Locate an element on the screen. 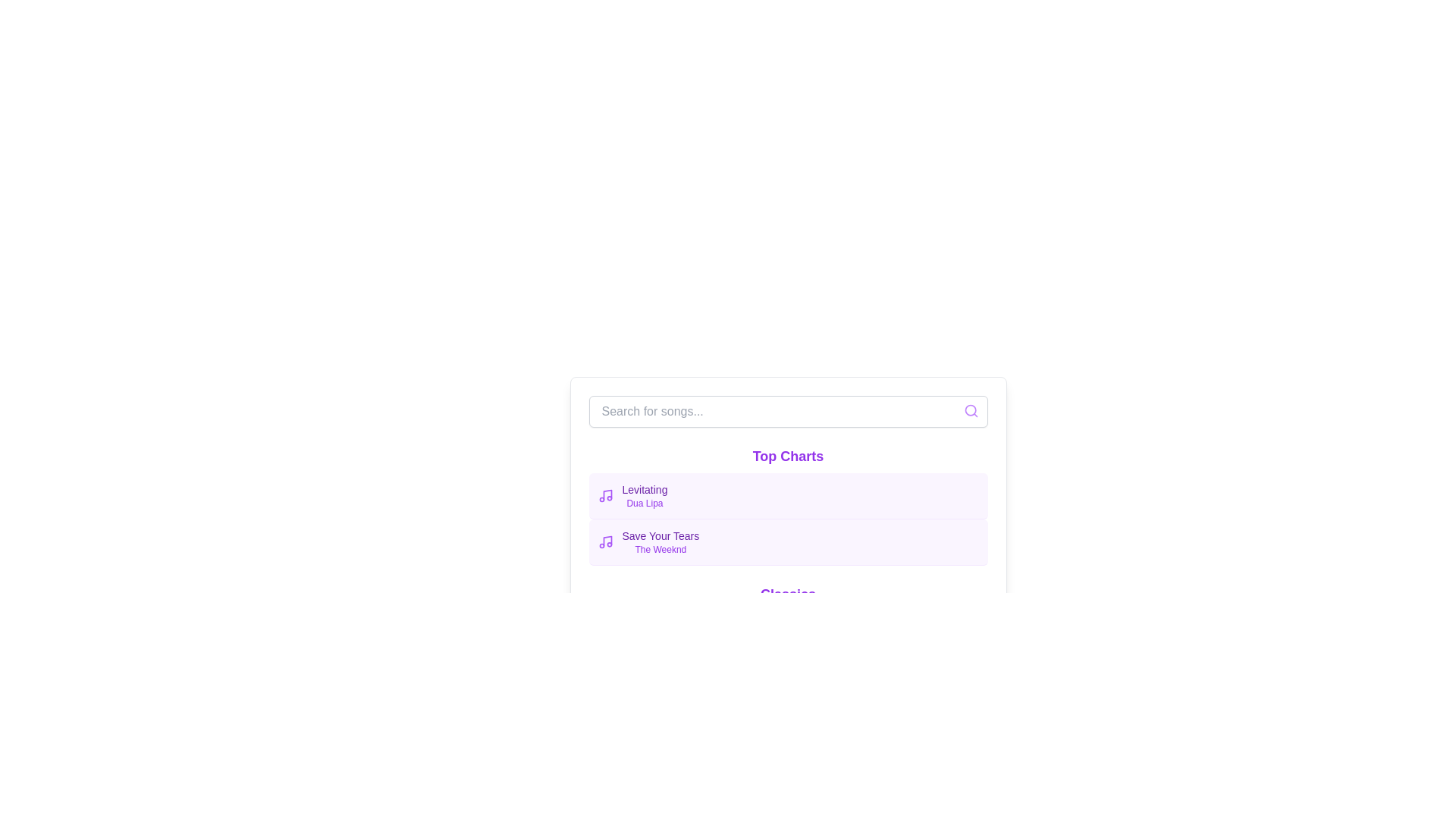 Image resolution: width=1456 pixels, height=819 pixels. text content of the Text label displaying 'Levitating' by Dua Lipa, which is styled with distinct fonts and colors, located under the 'Top Charts' section is located at coordinates (645, 496).